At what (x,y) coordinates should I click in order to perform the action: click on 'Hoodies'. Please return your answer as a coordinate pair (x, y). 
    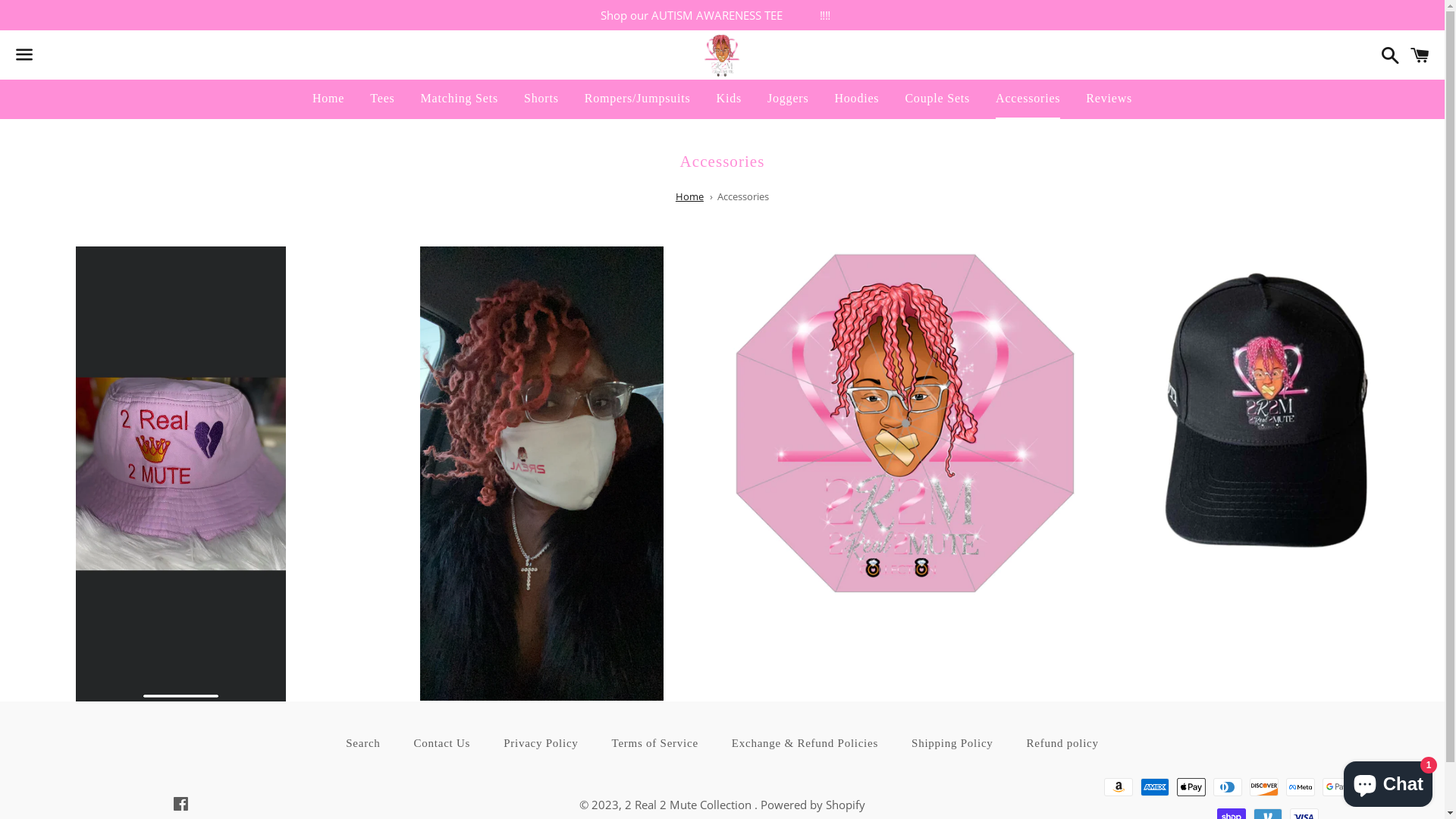
    Looking at the image, I should click on (821, 99).